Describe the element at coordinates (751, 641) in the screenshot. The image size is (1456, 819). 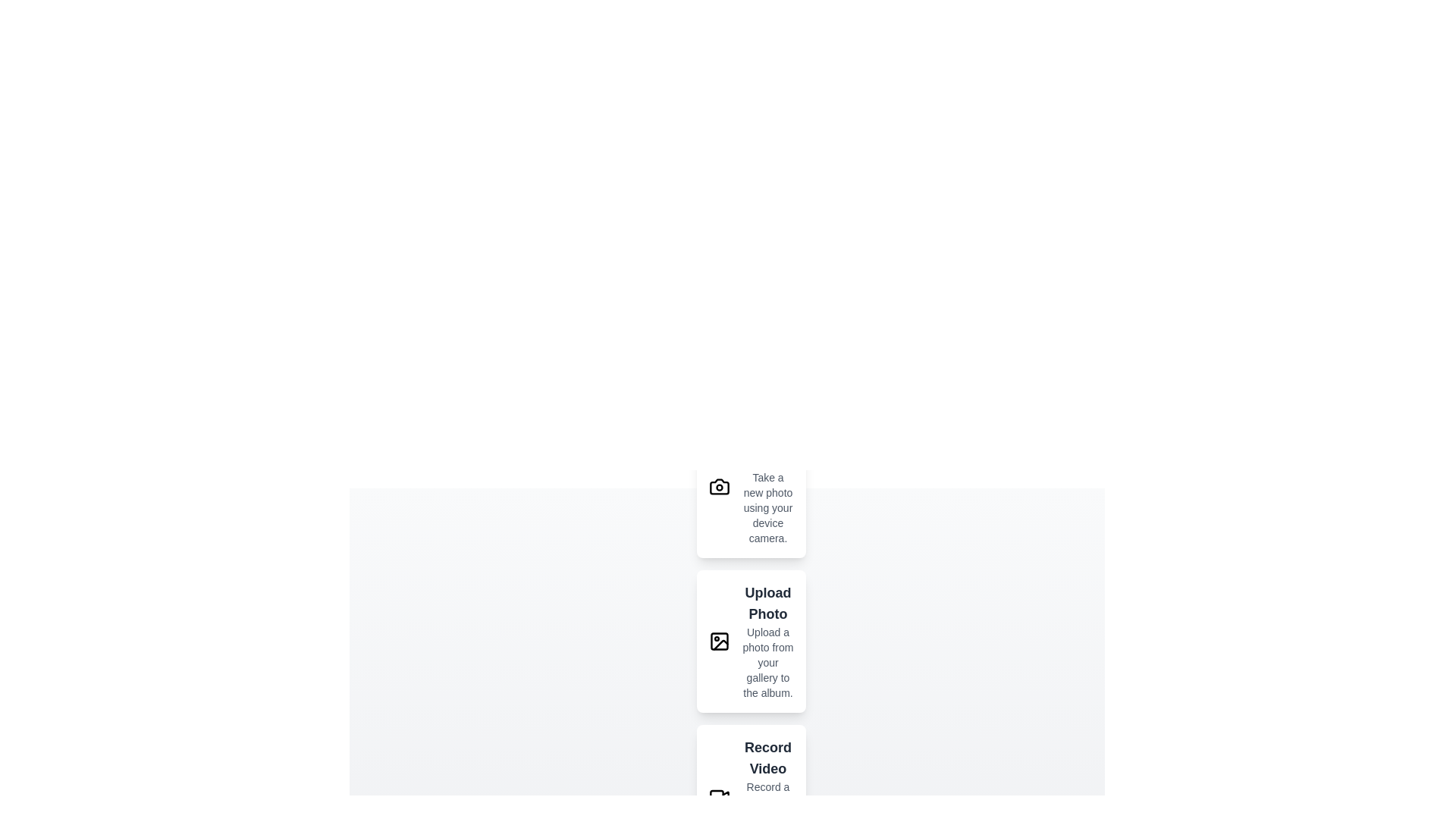
I see `the action described by Upload Photo` at that location.